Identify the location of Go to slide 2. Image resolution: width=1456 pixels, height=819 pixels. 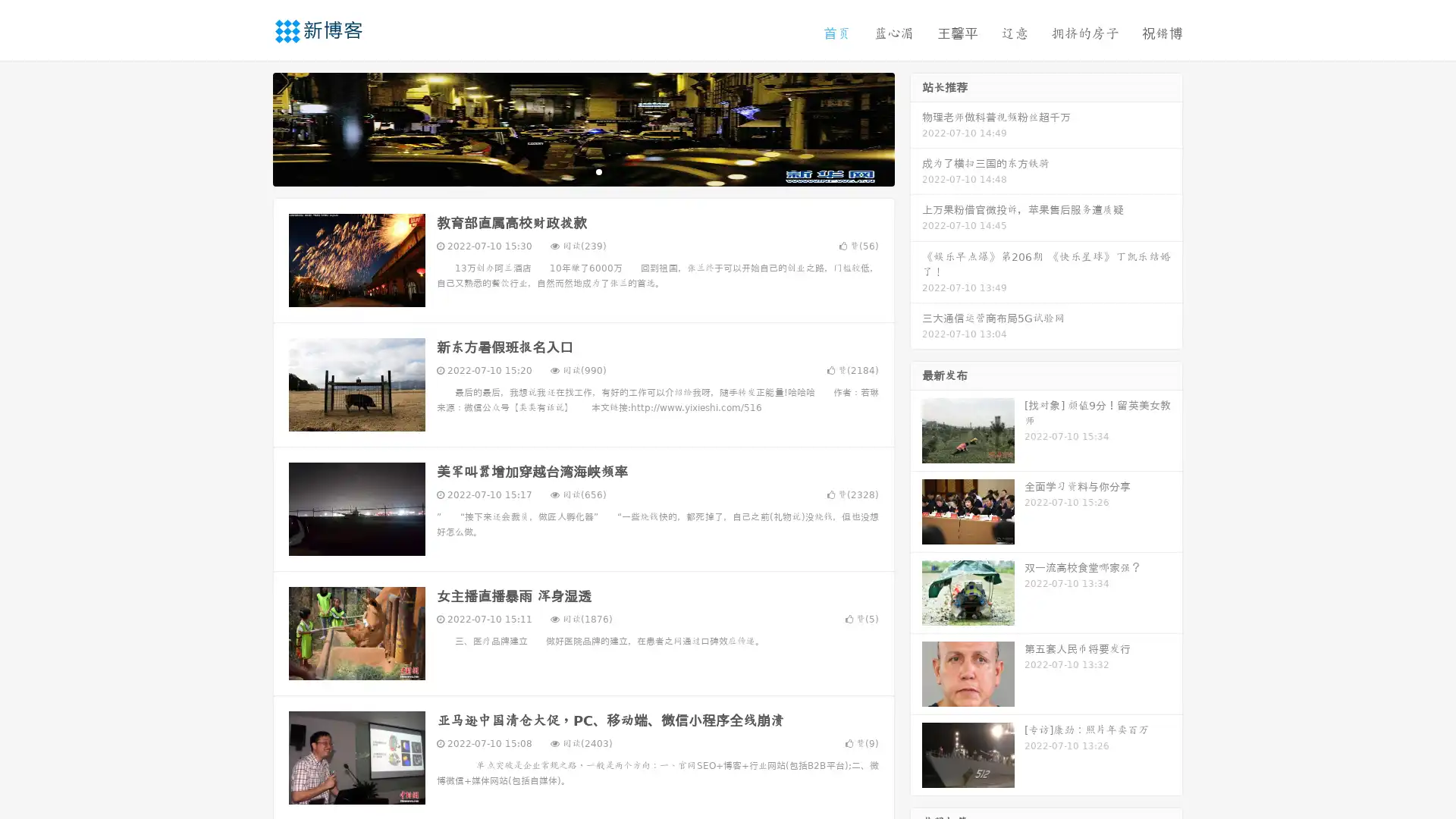
(582, 171).